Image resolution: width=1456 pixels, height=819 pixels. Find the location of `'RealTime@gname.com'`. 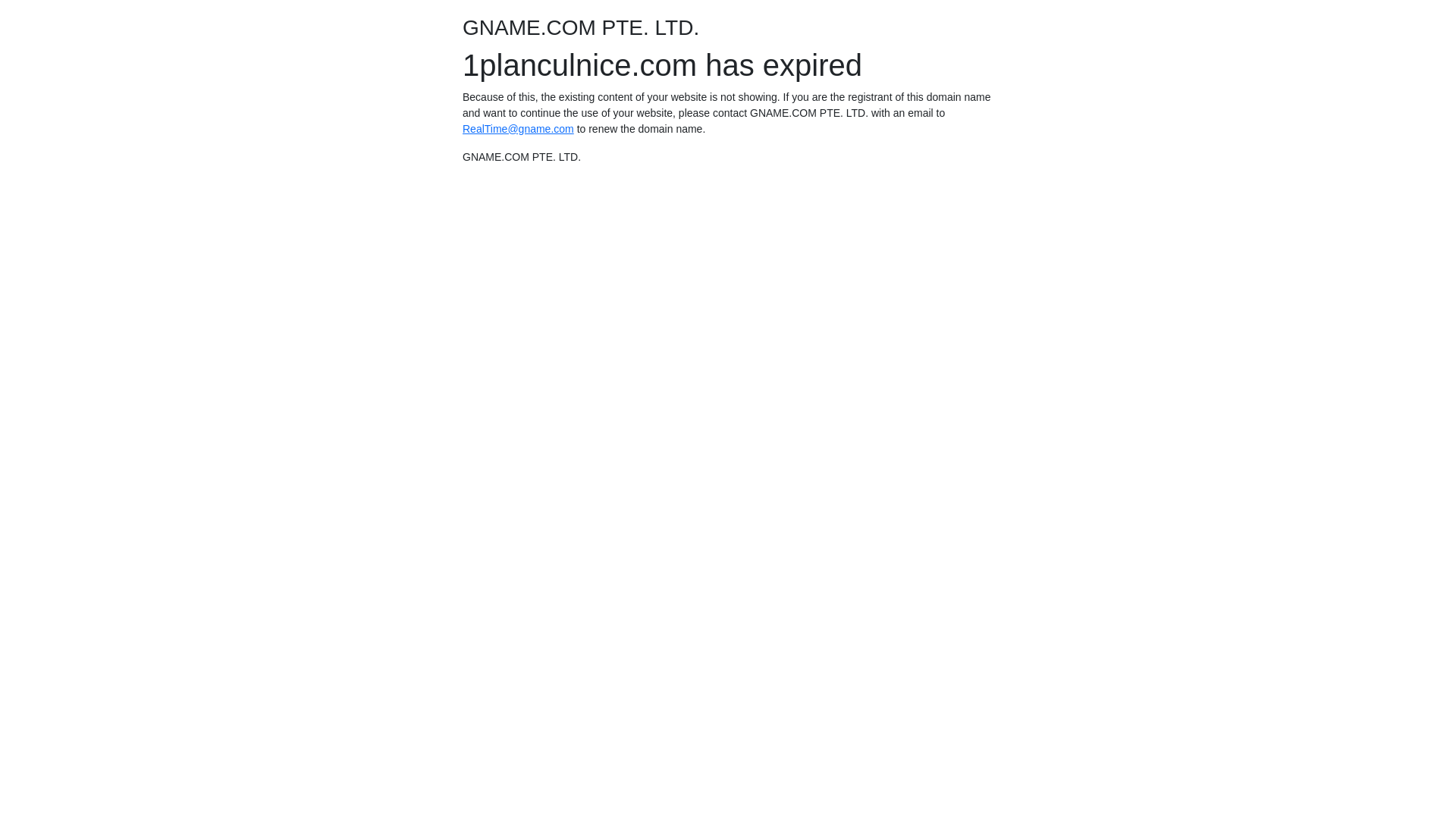

'RealTime@gname.com' is located at coordinates (518, 127).